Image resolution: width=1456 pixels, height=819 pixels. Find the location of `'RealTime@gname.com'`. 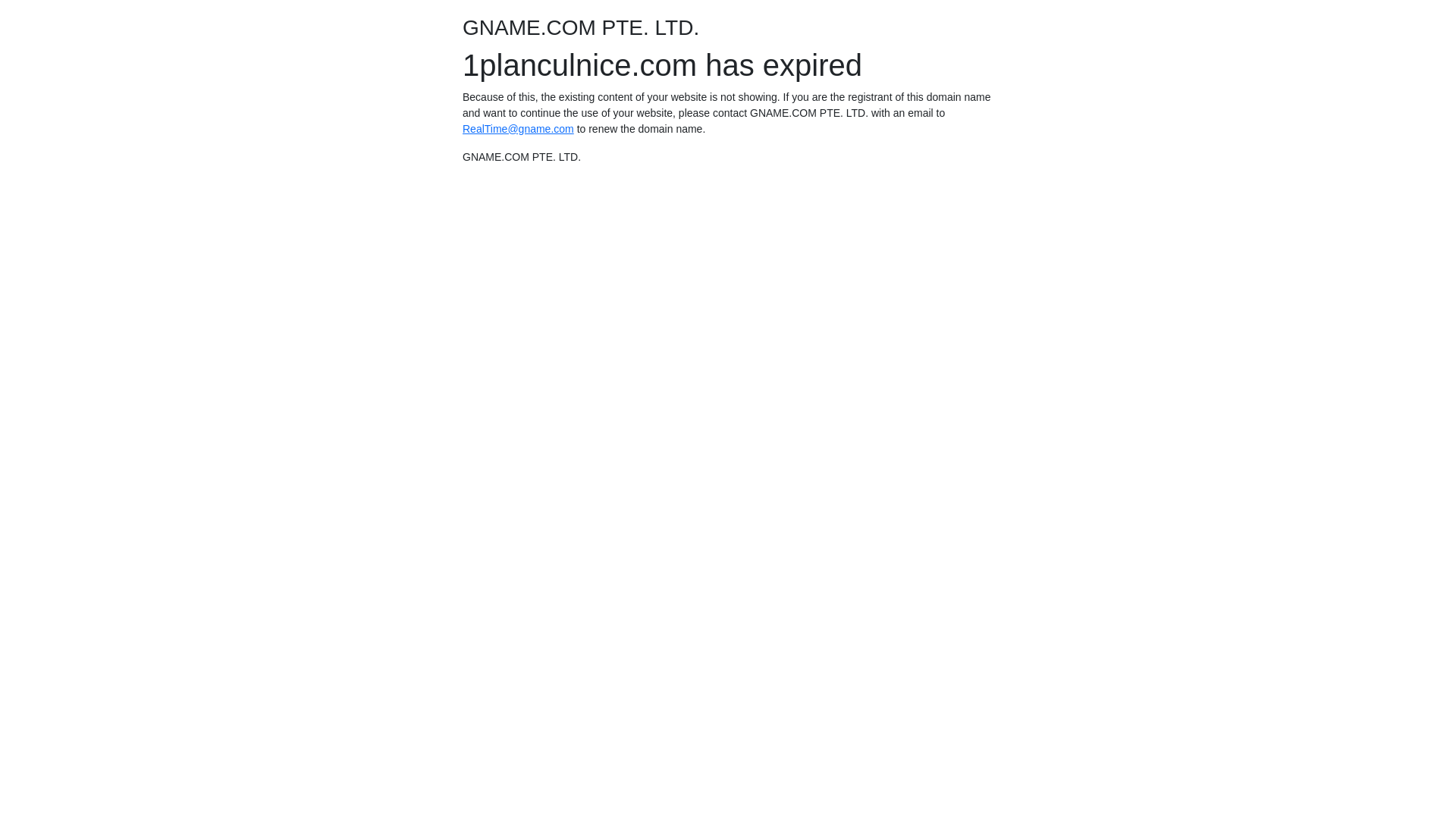

'RealTime@gname.com' is located at coordinates (518, 127).